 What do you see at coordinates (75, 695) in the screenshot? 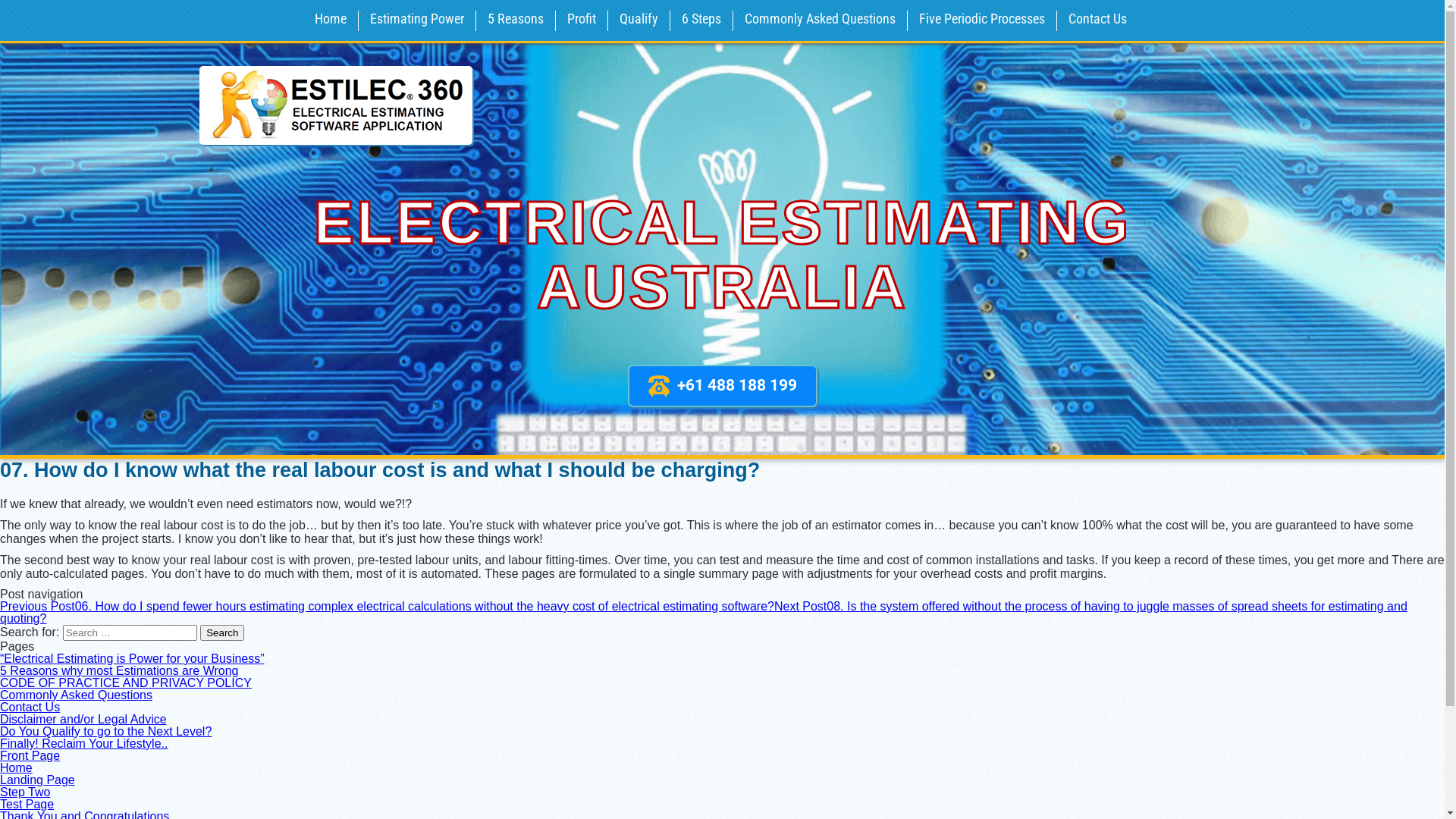
I see `'Commonly Asked Questions'` at bounding box center [75, 695].